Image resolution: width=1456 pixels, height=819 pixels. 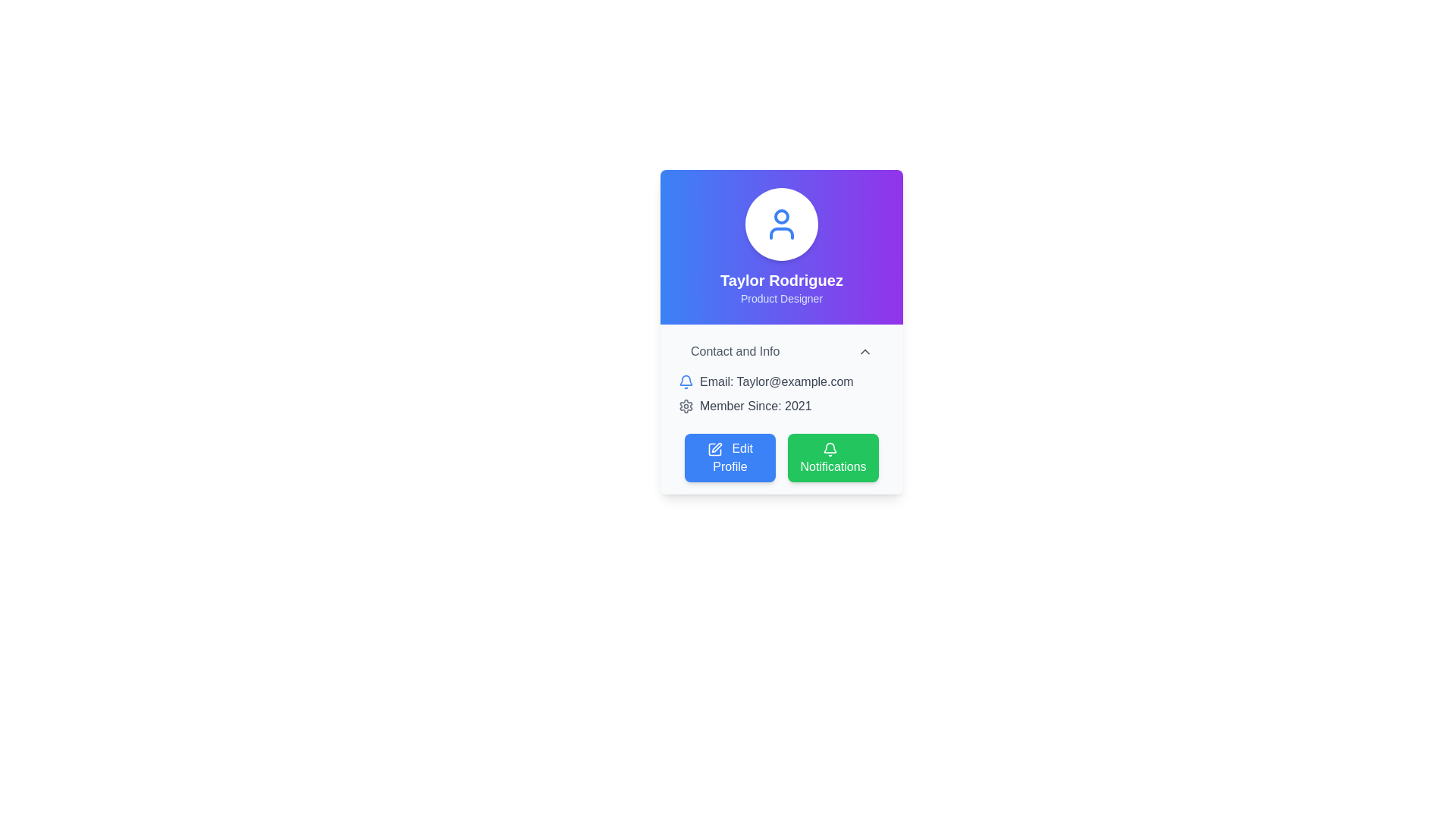 What do you see at coordinates (829, 447) in the screenshot?
I see `the bell-shaped notification icon located within the green button on the user card` at bounding box center [829, 447].